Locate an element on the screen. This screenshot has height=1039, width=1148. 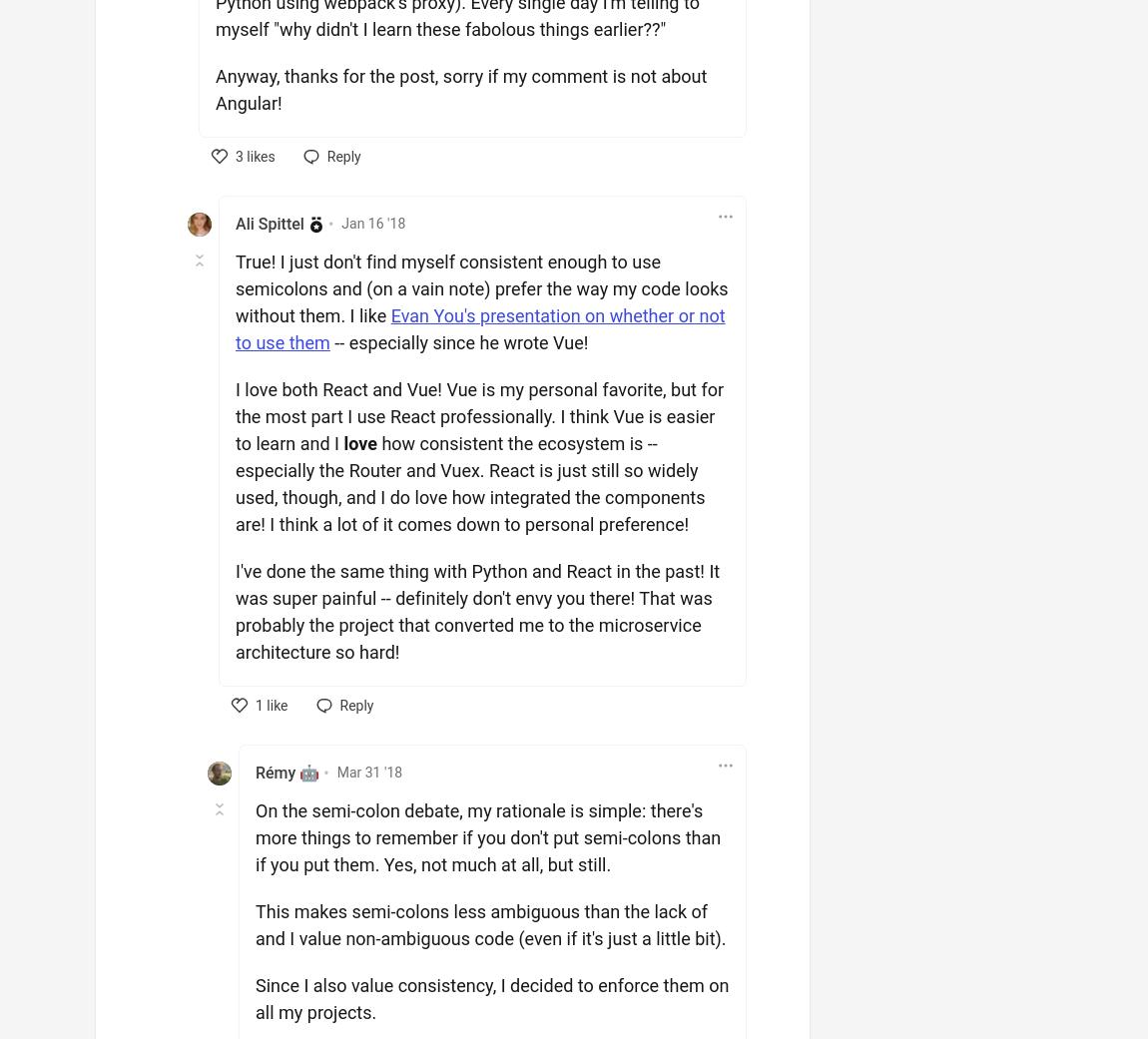
'On the semi-colon debate, my rationale is simple: there's more things to remember if you don't put semi-colons than if you put them. Yes, not much at all, but still.' is located at coordinates (487, 835).